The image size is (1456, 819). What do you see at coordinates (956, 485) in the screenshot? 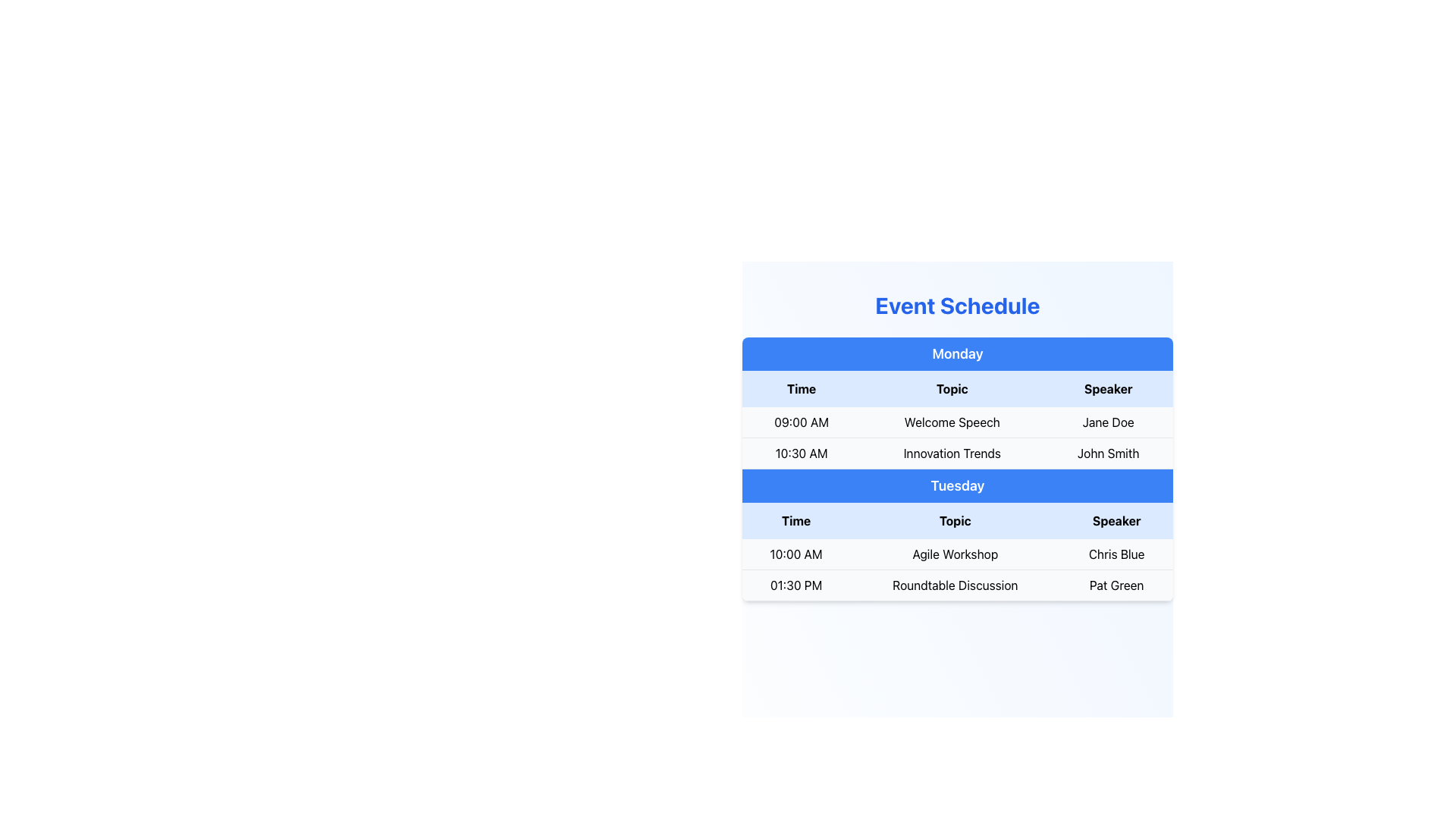
I see `the 'Tuesday' text label with a blue background` at bounding box center [956, 485].